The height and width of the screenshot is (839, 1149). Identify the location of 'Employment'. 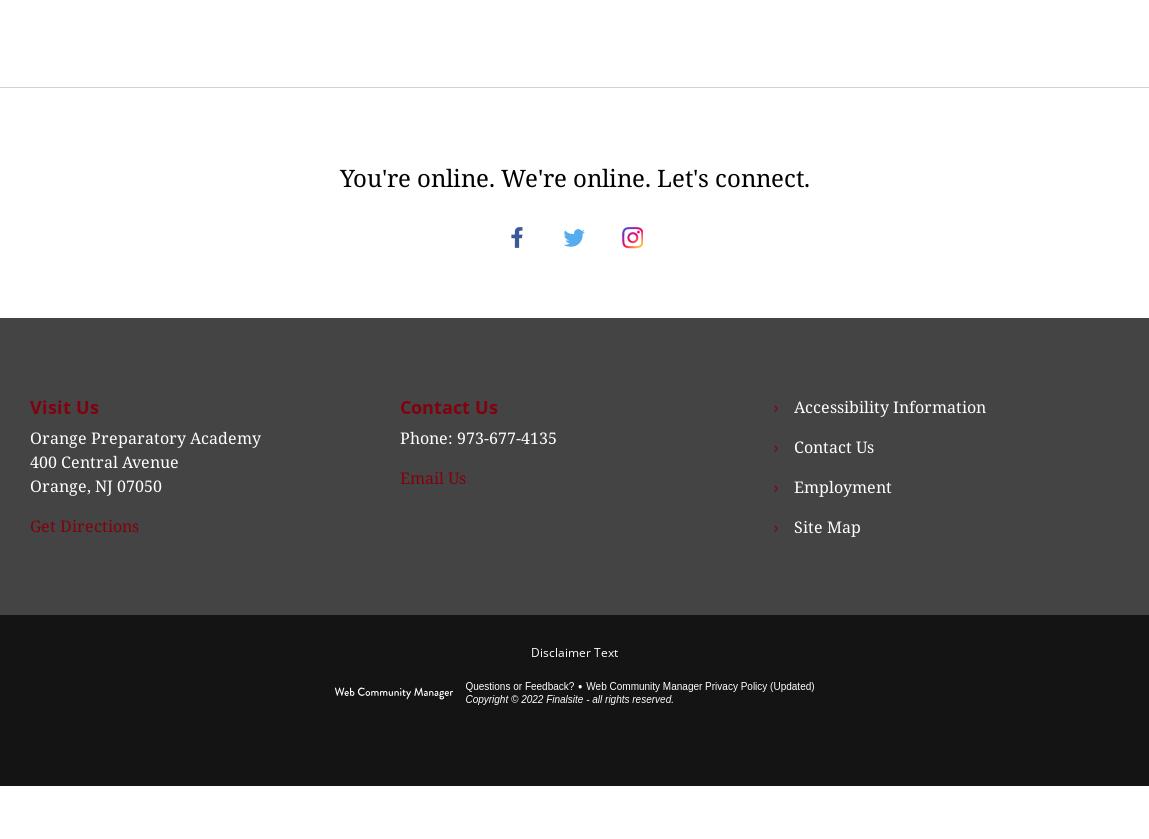
(841, 509).